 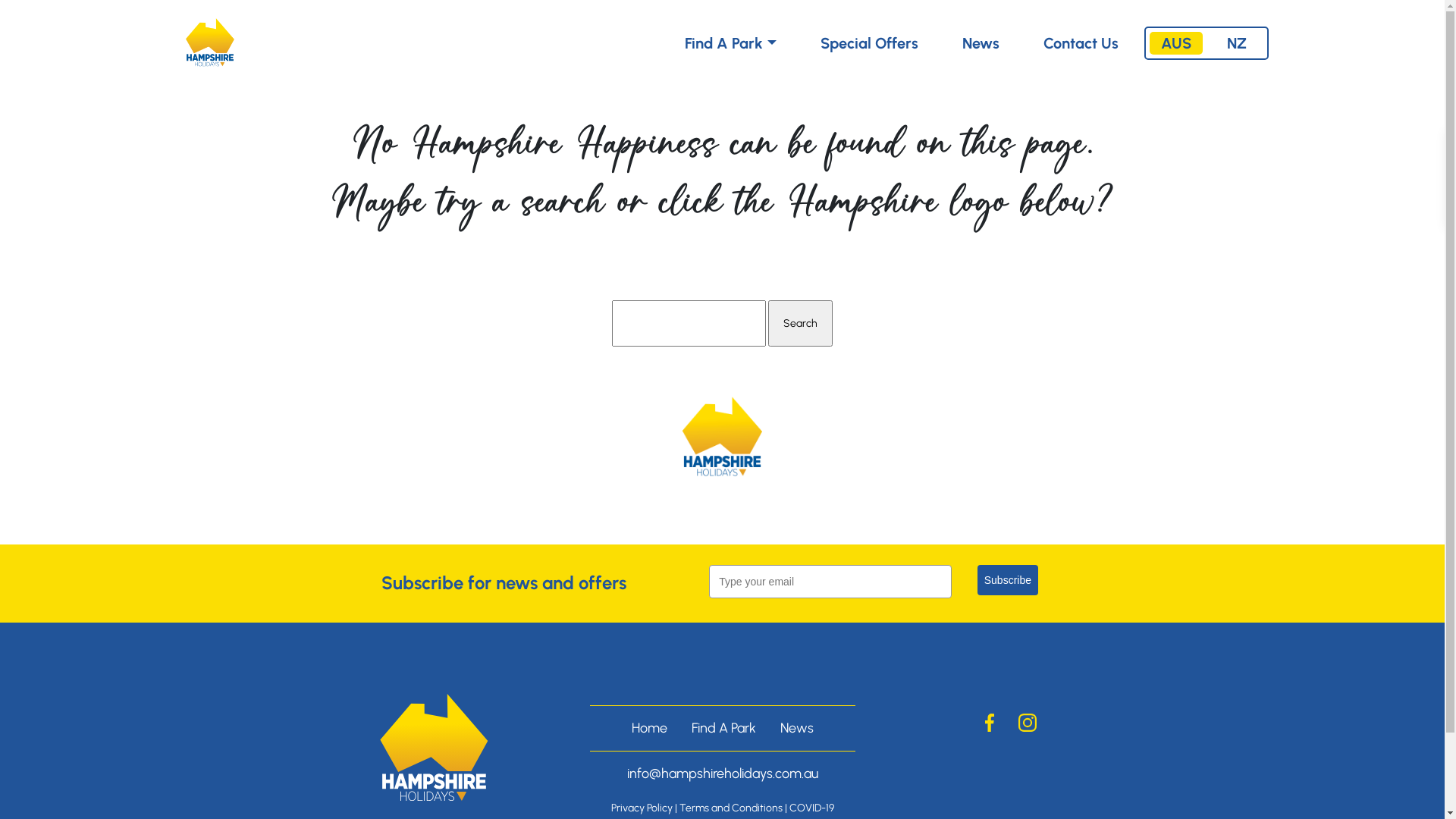 I want to click on '| COVID-19', so click(x=808, y=807).